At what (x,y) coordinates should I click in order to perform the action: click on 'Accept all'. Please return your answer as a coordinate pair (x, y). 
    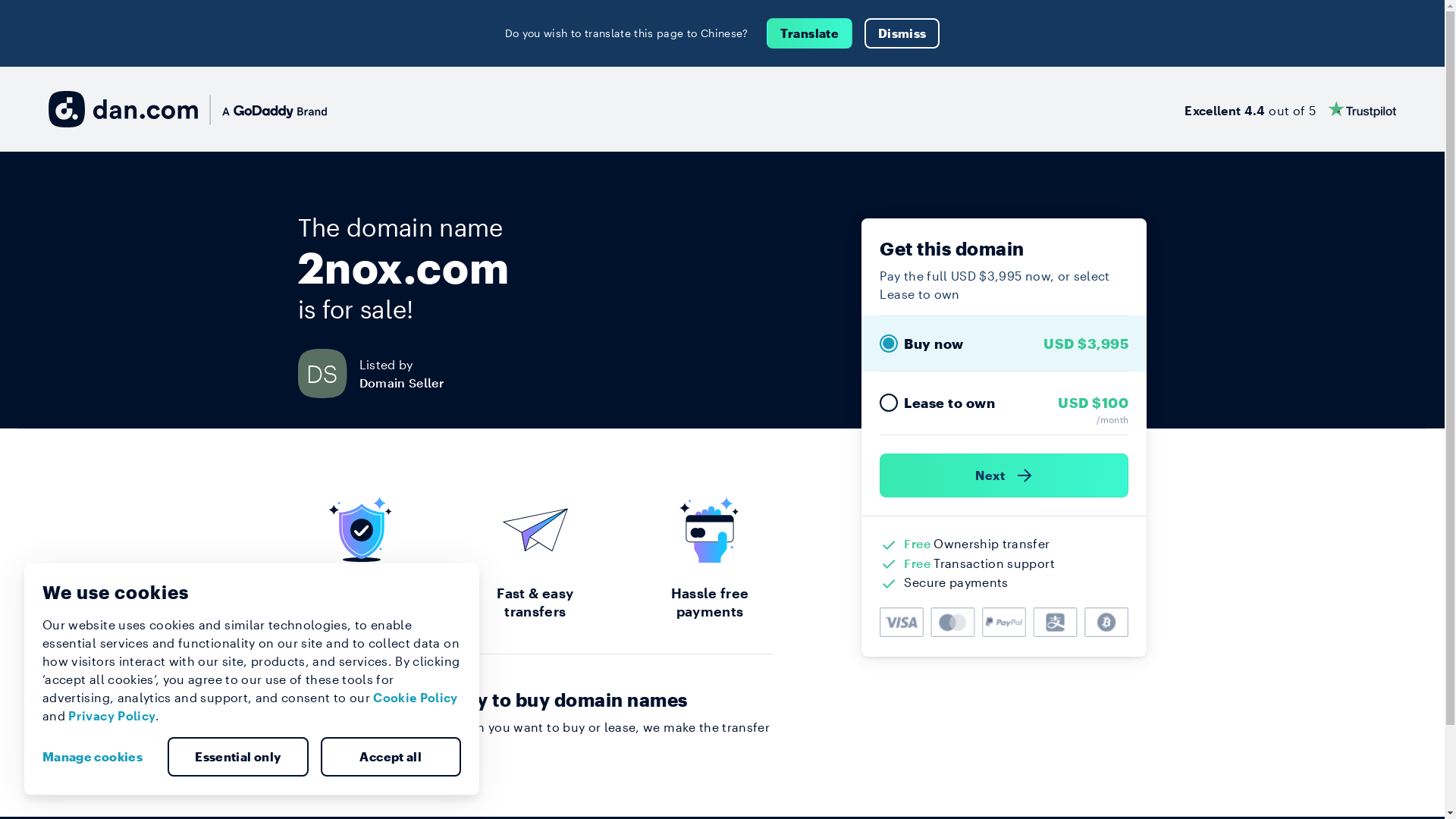
    Looking at the image, I should click on (319, 757).